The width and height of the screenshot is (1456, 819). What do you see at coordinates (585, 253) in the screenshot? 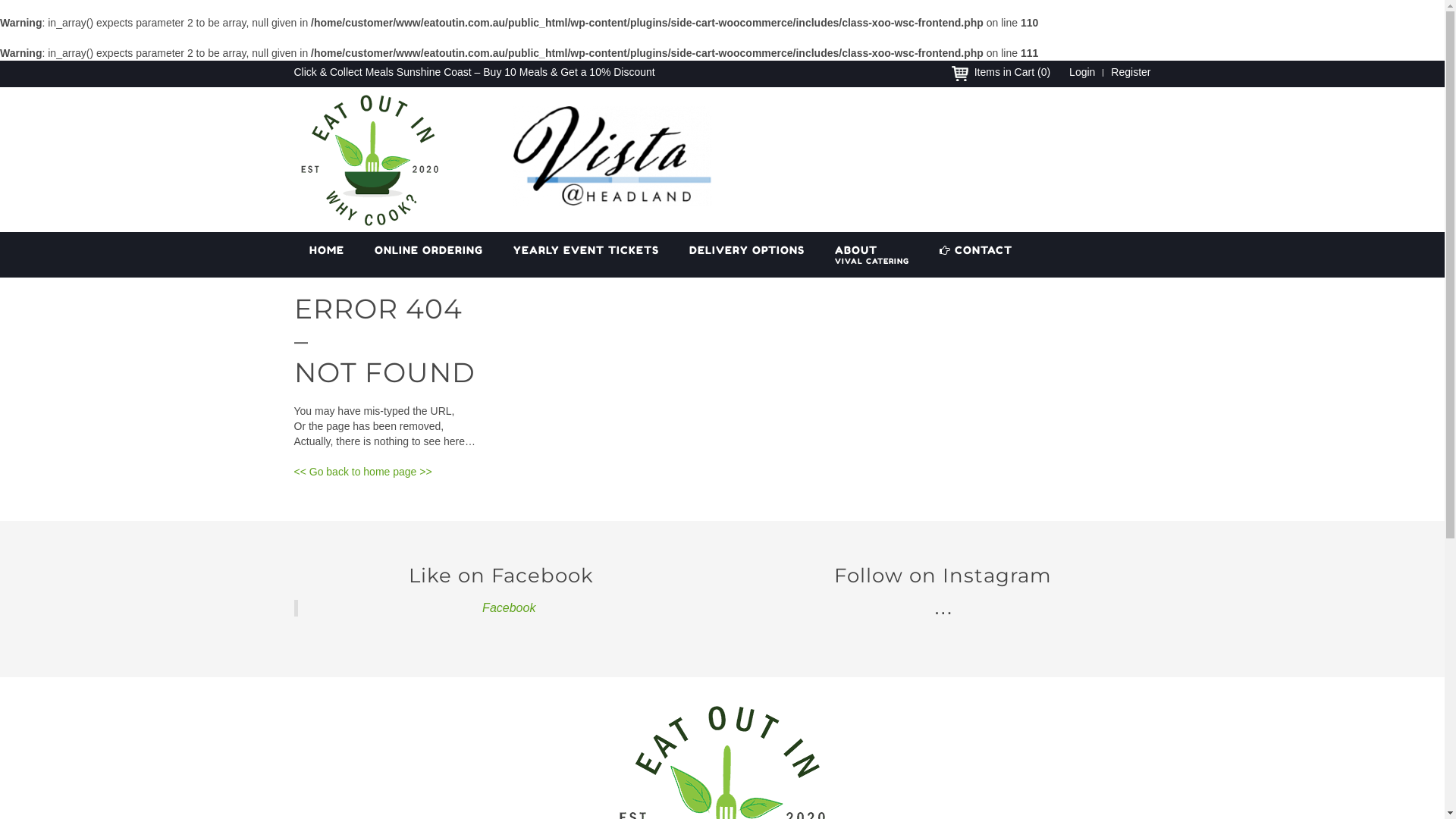
I see `'YEARLY EVENT TICKETS'` at bounding box center [585, 253].